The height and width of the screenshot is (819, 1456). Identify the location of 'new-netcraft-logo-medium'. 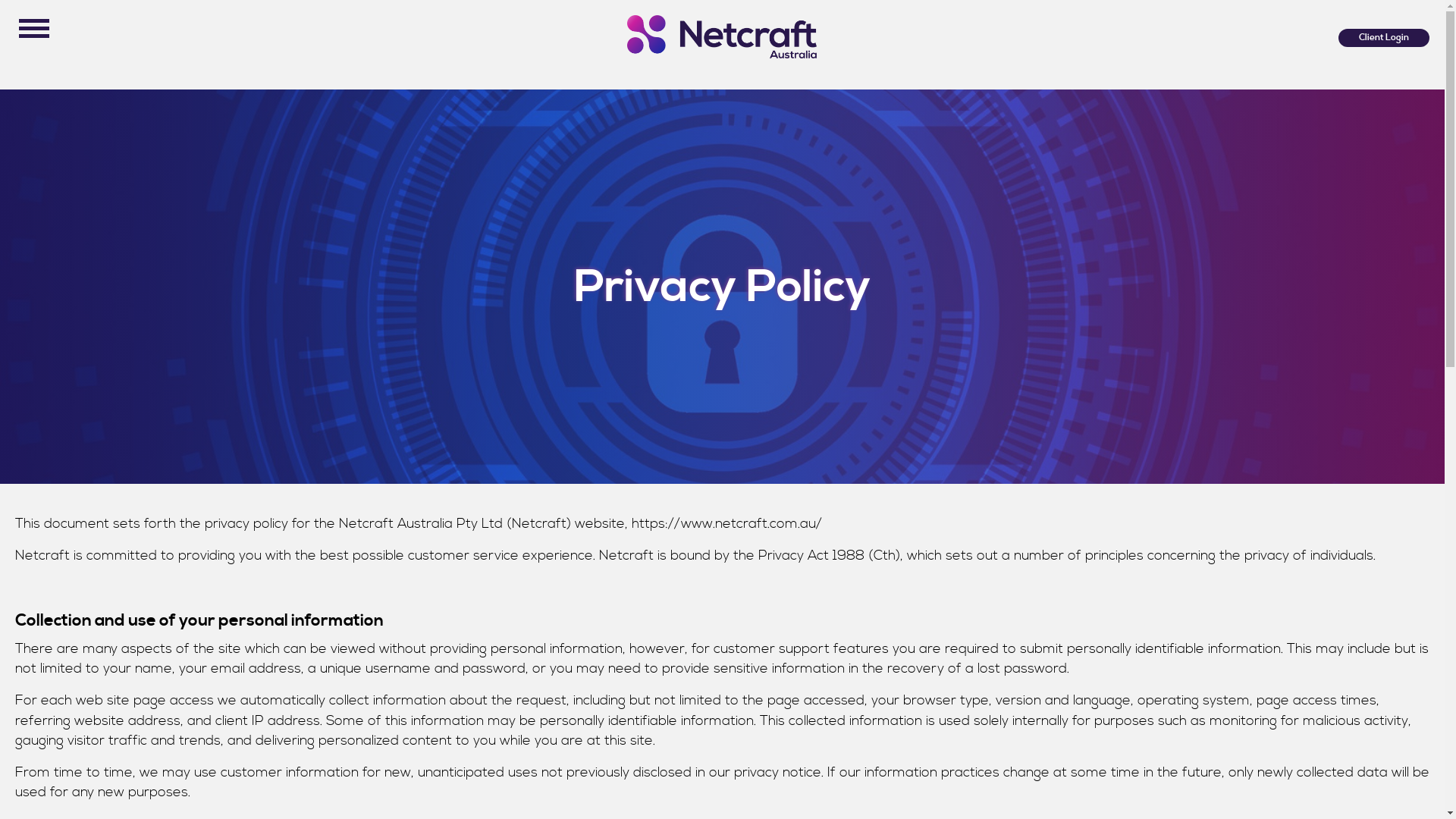
(626, 36).